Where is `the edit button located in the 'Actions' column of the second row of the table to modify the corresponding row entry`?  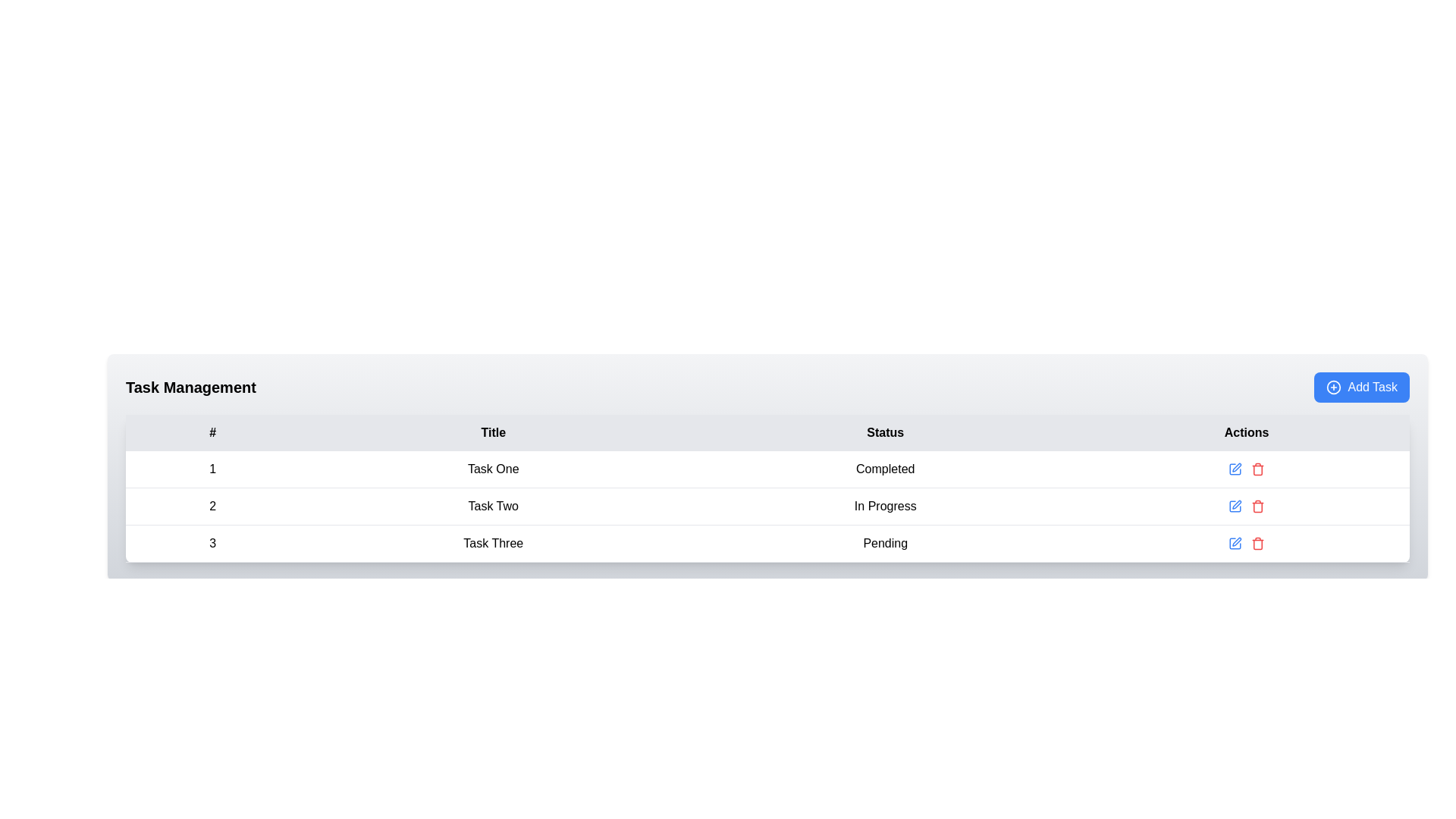 the edit button located in the 'Actions' column of the second row of the table to modify the corresponding row entry is located at coordinates (1235, 468).